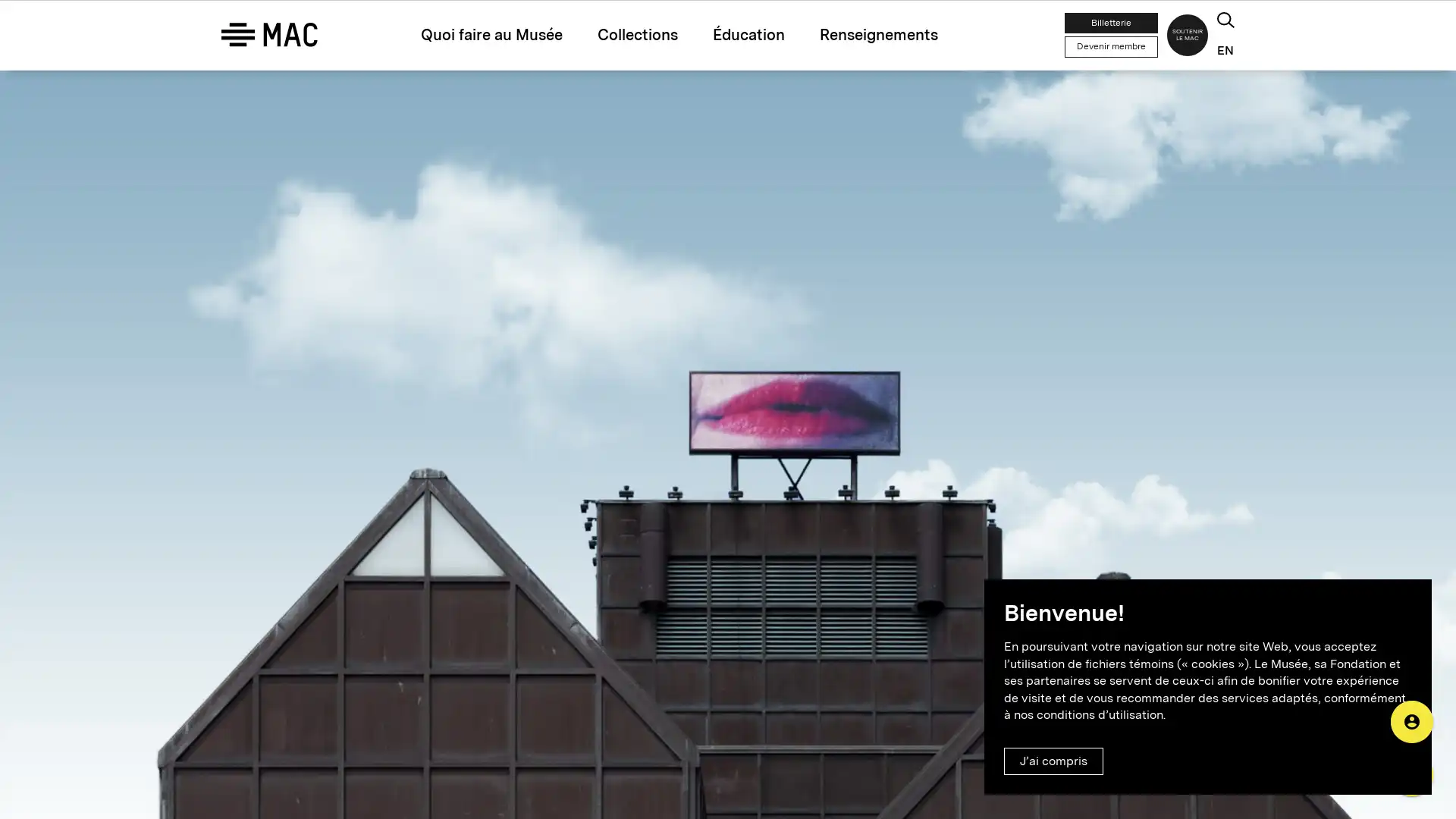 The width and height of the screenshot is (1456, 819). Describe the element at coordinates (1053, 761) in the screenshot. I see `Jai compris` at that location.